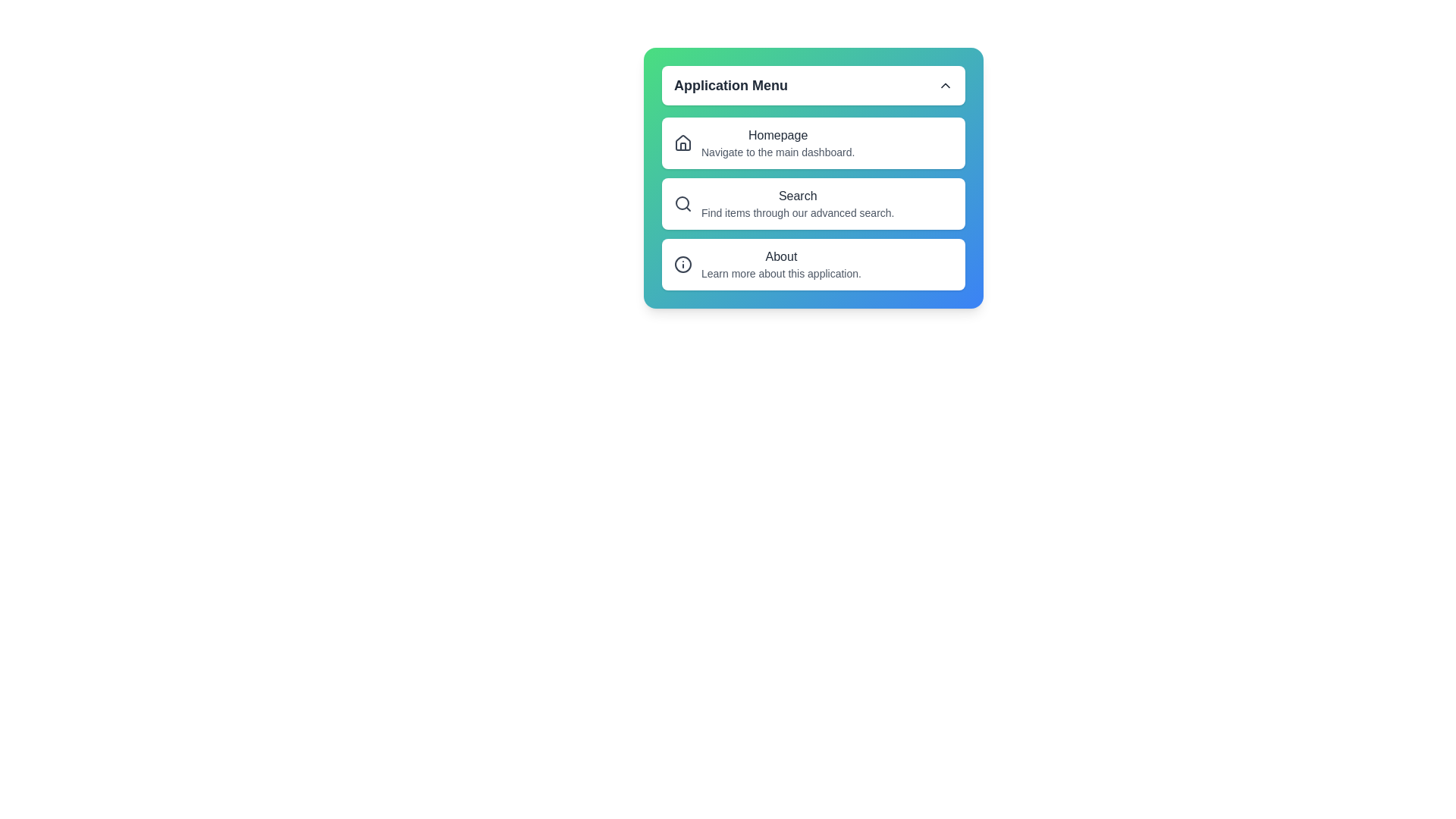 The width and height of the screenshot is (1456, 819). What do you see at coordinates (813, 85) in the screenshot?
I see `the 'Application Menu' button to toggle the menu's expansion or collapse` at bounding box center [813, 85].